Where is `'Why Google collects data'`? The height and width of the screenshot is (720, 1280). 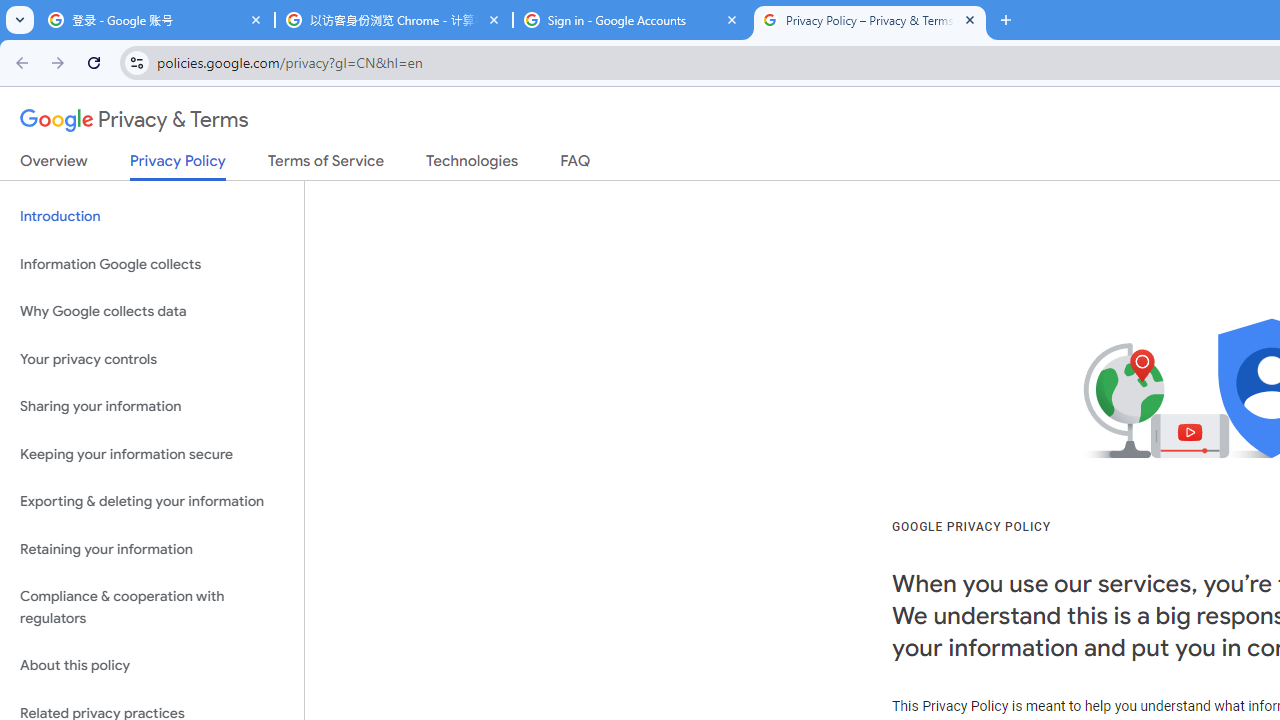
'Why Google collects data' is located at coordinates (151, 312).